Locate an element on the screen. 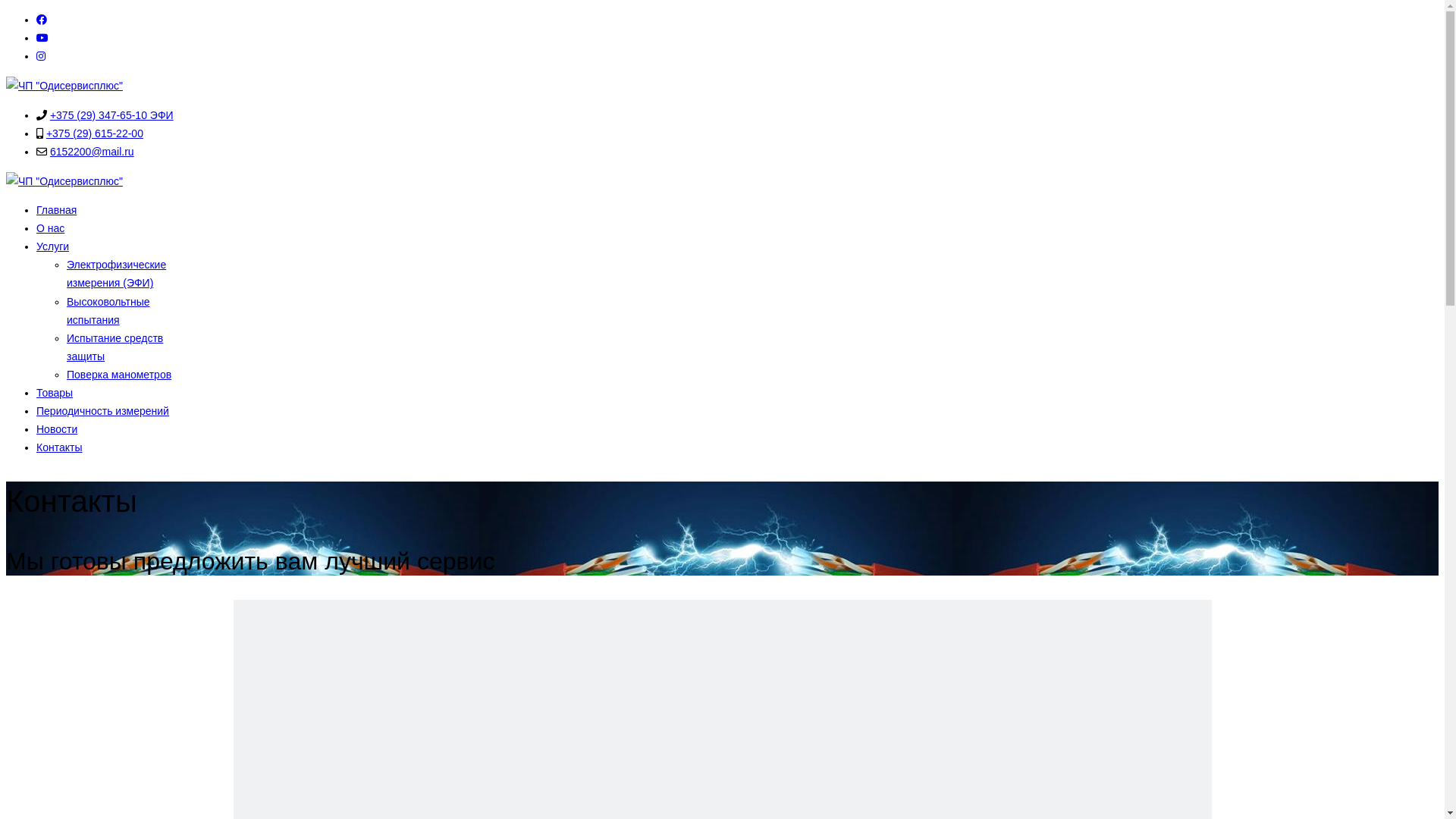  '6152200@mail.ru' is located at coordinates (91, 152).